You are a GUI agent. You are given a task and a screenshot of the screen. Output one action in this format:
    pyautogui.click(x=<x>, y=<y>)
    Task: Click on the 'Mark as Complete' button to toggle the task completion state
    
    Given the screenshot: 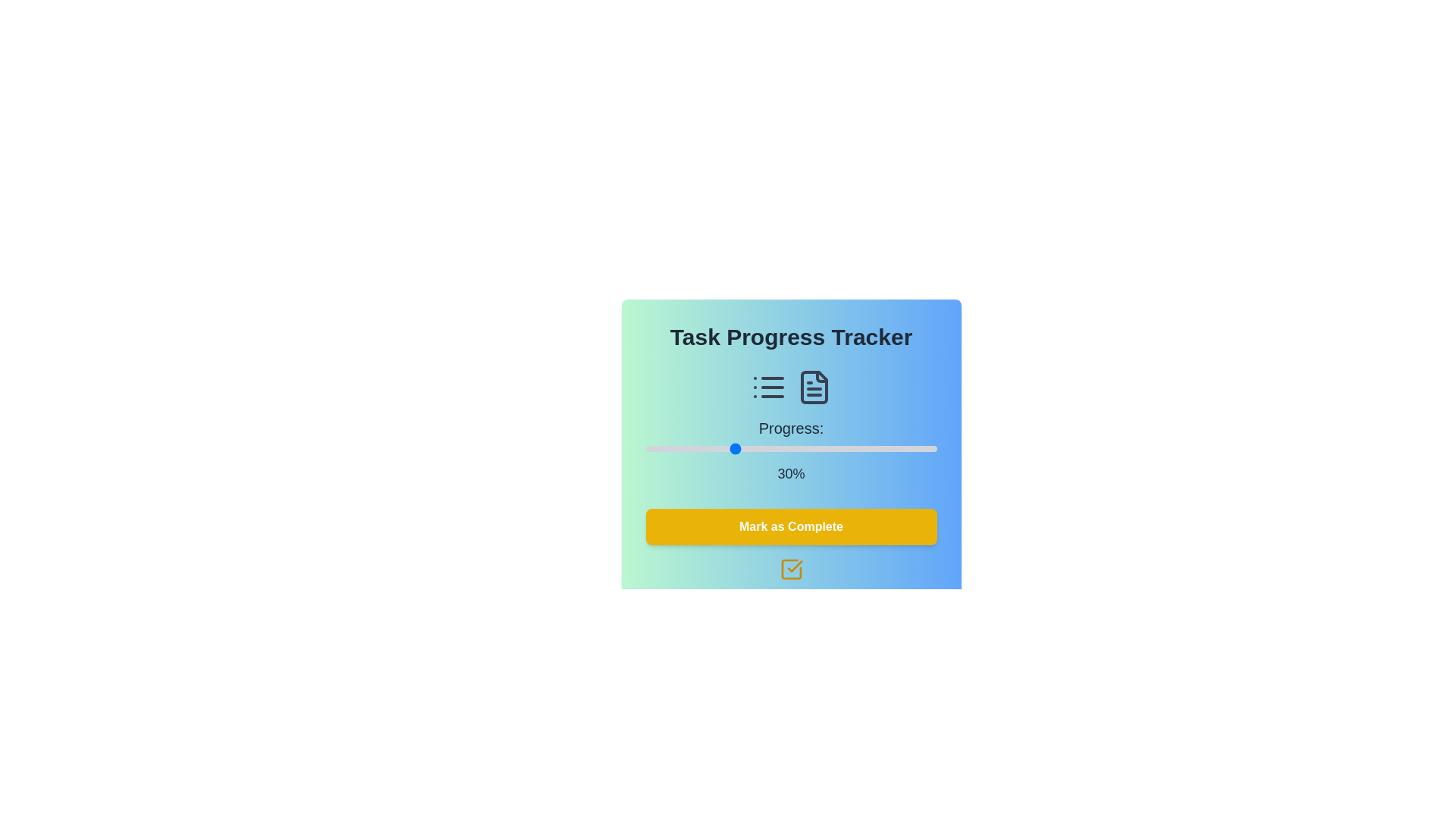 What is the action you would take?
    pyautogui.click(x=790, y=526)
    